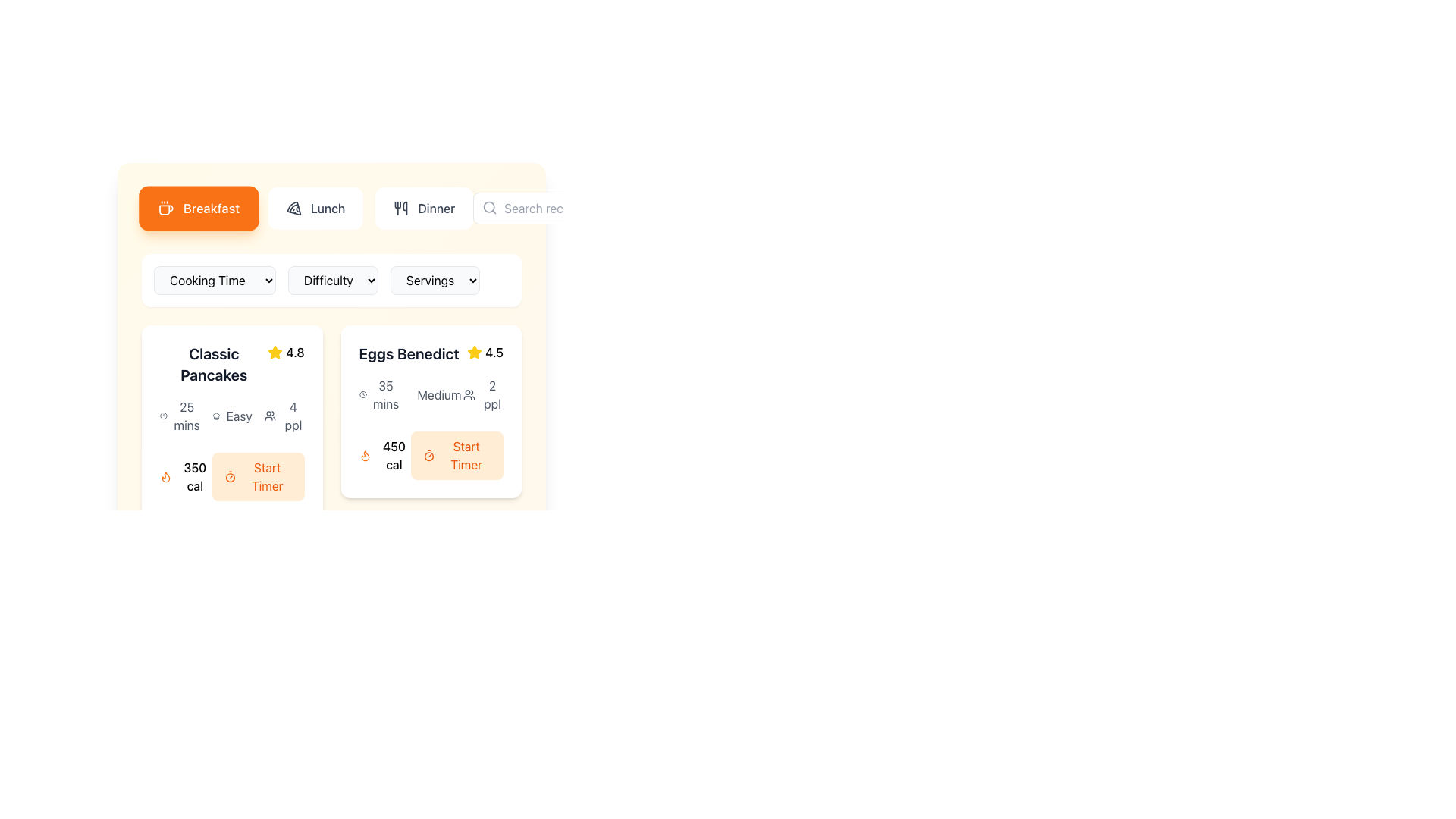 The height and width of the screenshot is (819, 1456). Describe the element at coordinates (214, 281) in the screenshot. I see `the 'Cooking Time' dropdown menu` at that location.